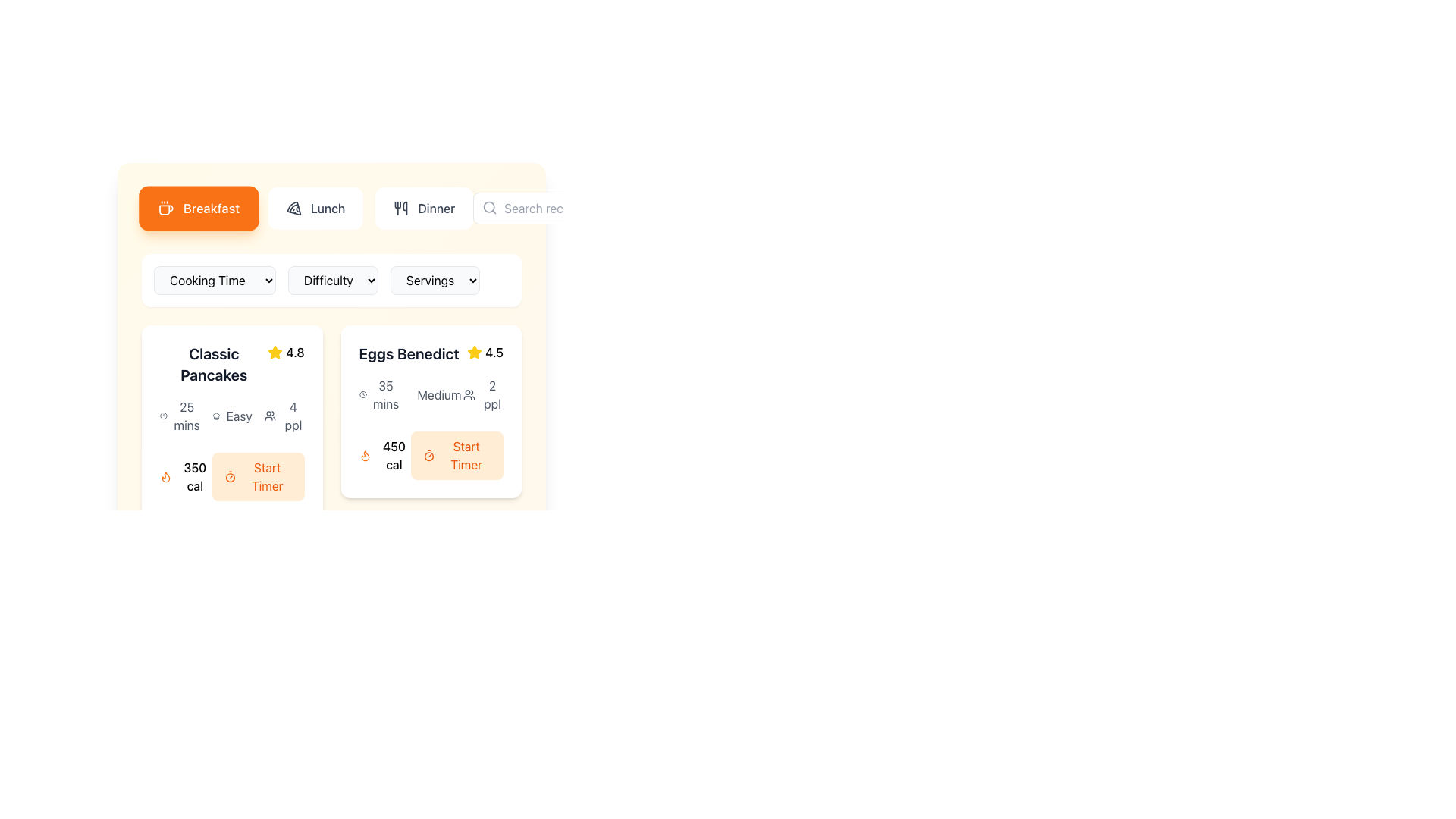 The height and width of the screenshot is (819, 1456). Describe the element at coordinates (214, 281) in the screenshot. I see `the 'Cooking Time' dropdown menu` at that location.